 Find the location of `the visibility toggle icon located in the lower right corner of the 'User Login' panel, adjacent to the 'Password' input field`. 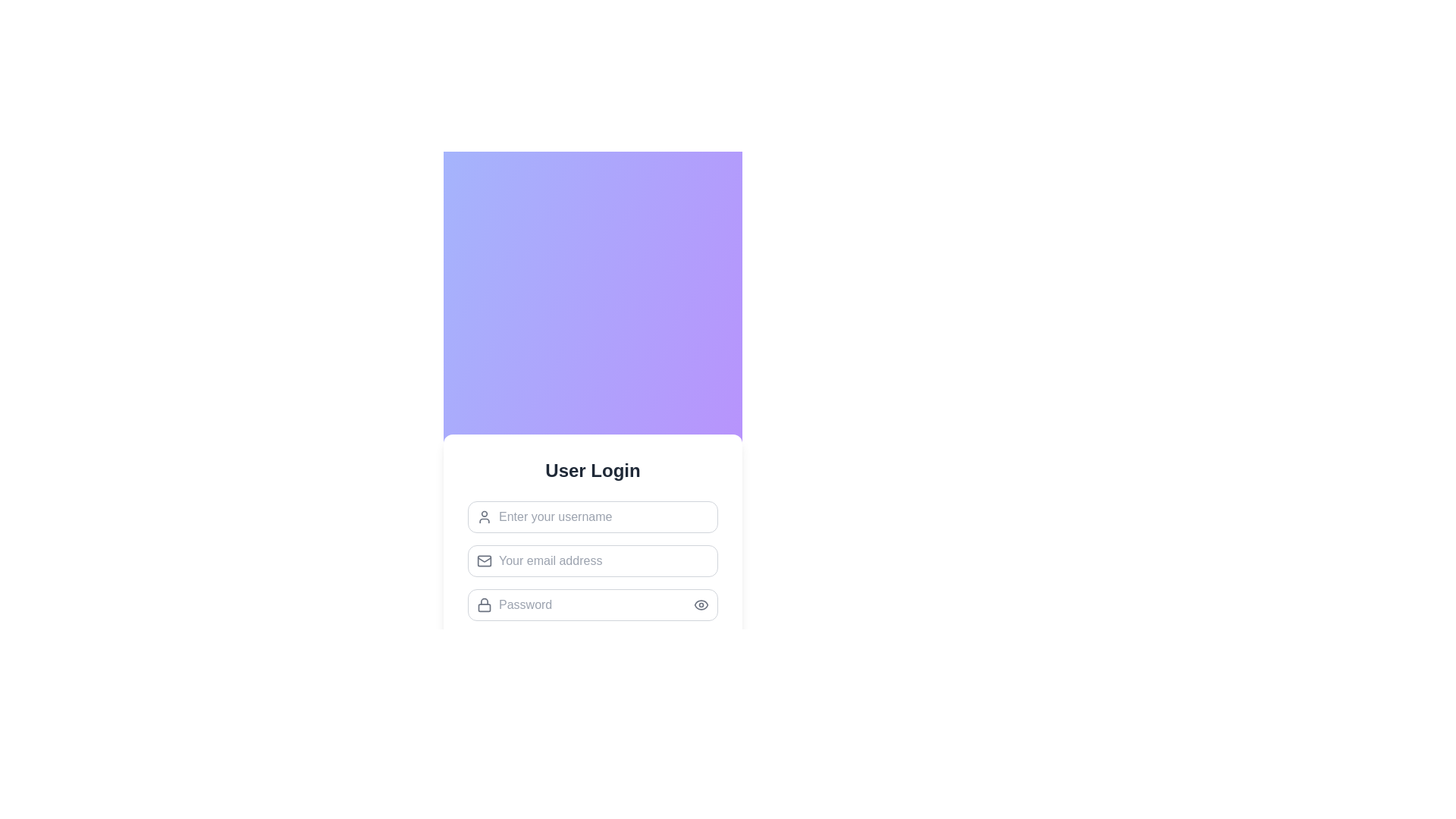

the visibility toggle icon located in the lower right corner of the 'User Login' panel, adjacent to the 'Password' input field is located at coordinates (701, 604).